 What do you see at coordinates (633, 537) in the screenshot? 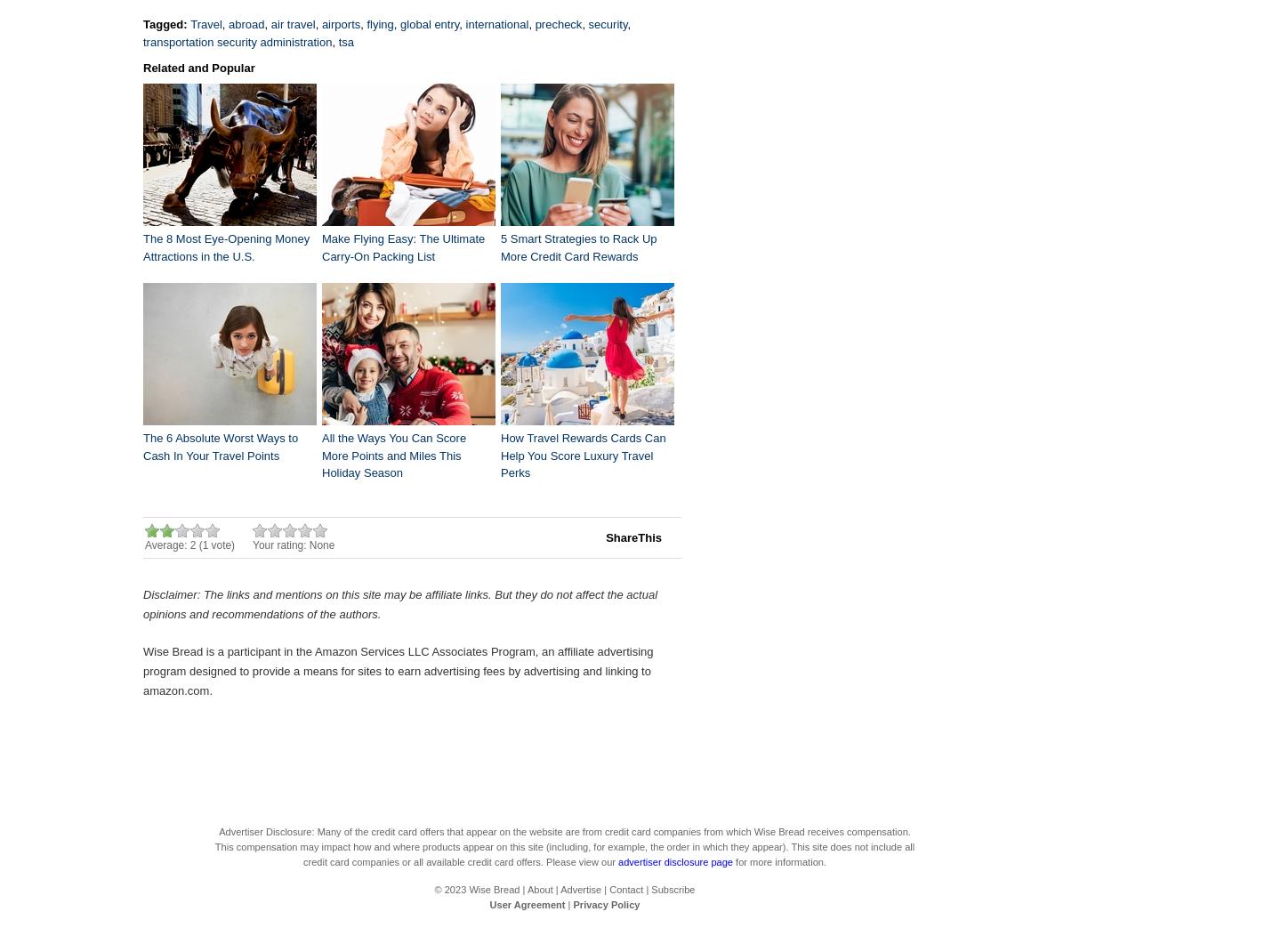
I see `'ShareThis'` at bounding box center [633, 537].